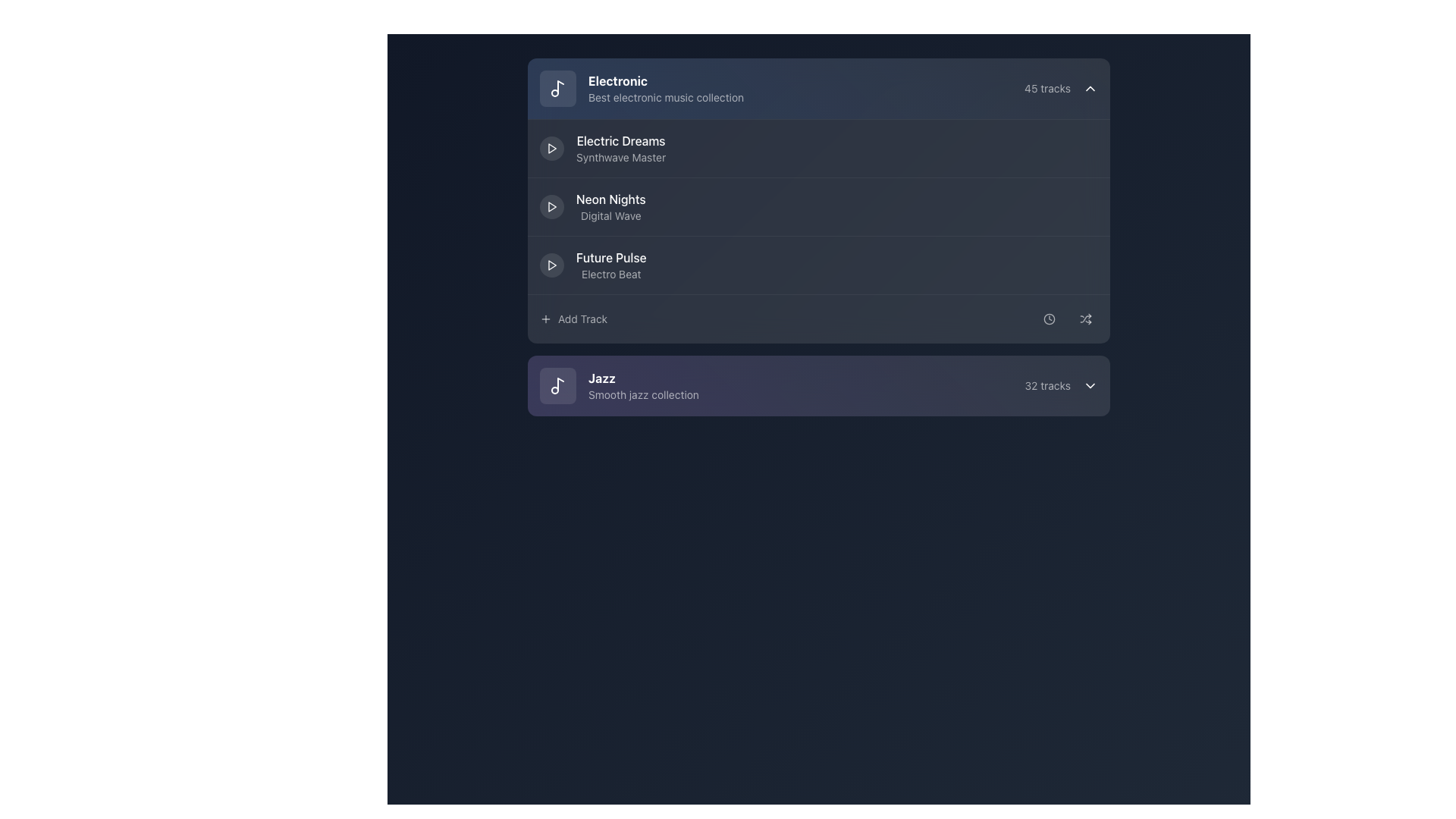  What do you see at coordinates (551, 149) in the screenshot?
I see `the play button for the 'Electric Dreams' track to change its background color` at bounding box center [551, 149].